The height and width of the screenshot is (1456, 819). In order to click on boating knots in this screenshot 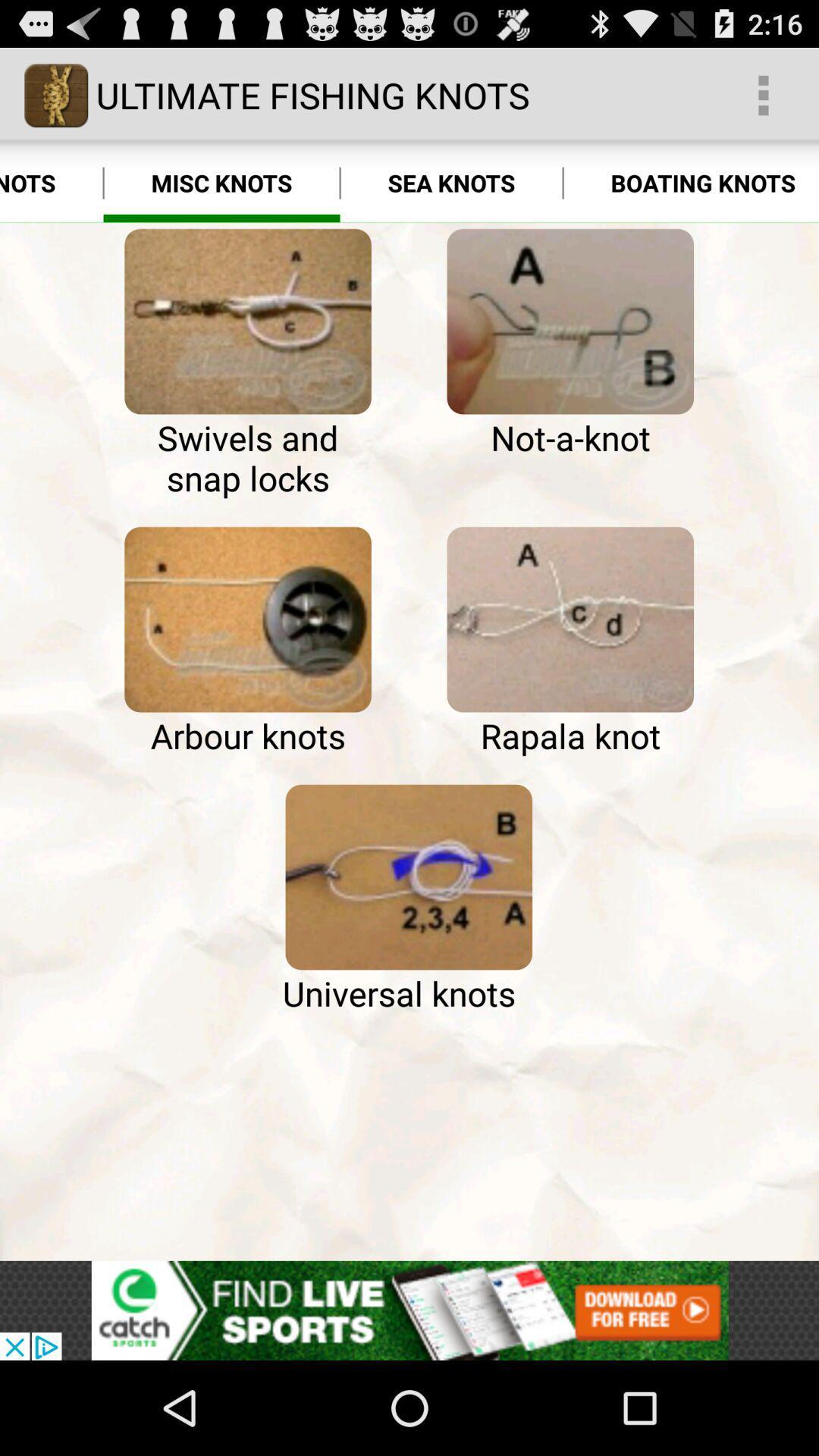, I will do `click(691, 182)`.